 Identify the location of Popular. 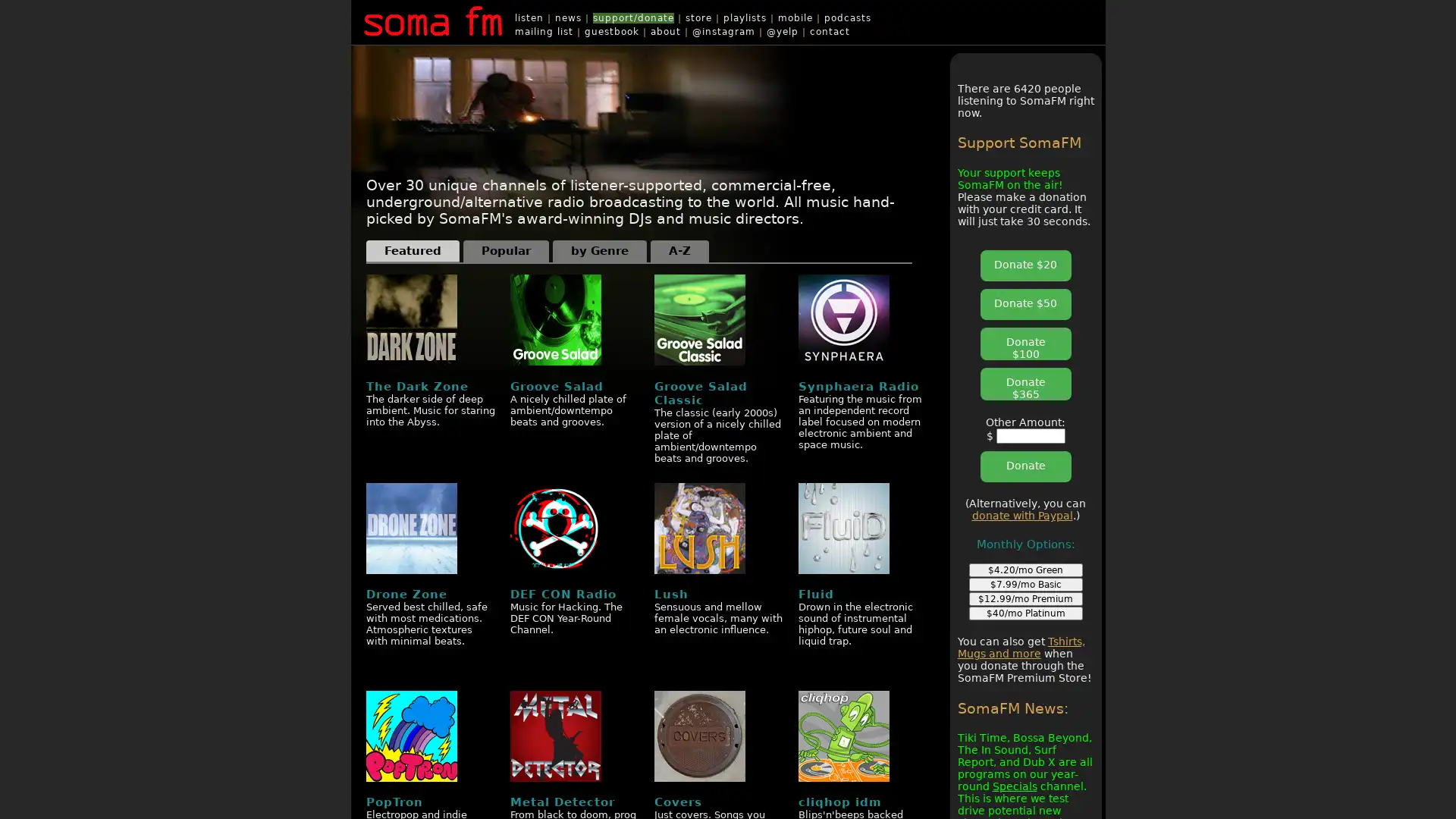
(505, 250).